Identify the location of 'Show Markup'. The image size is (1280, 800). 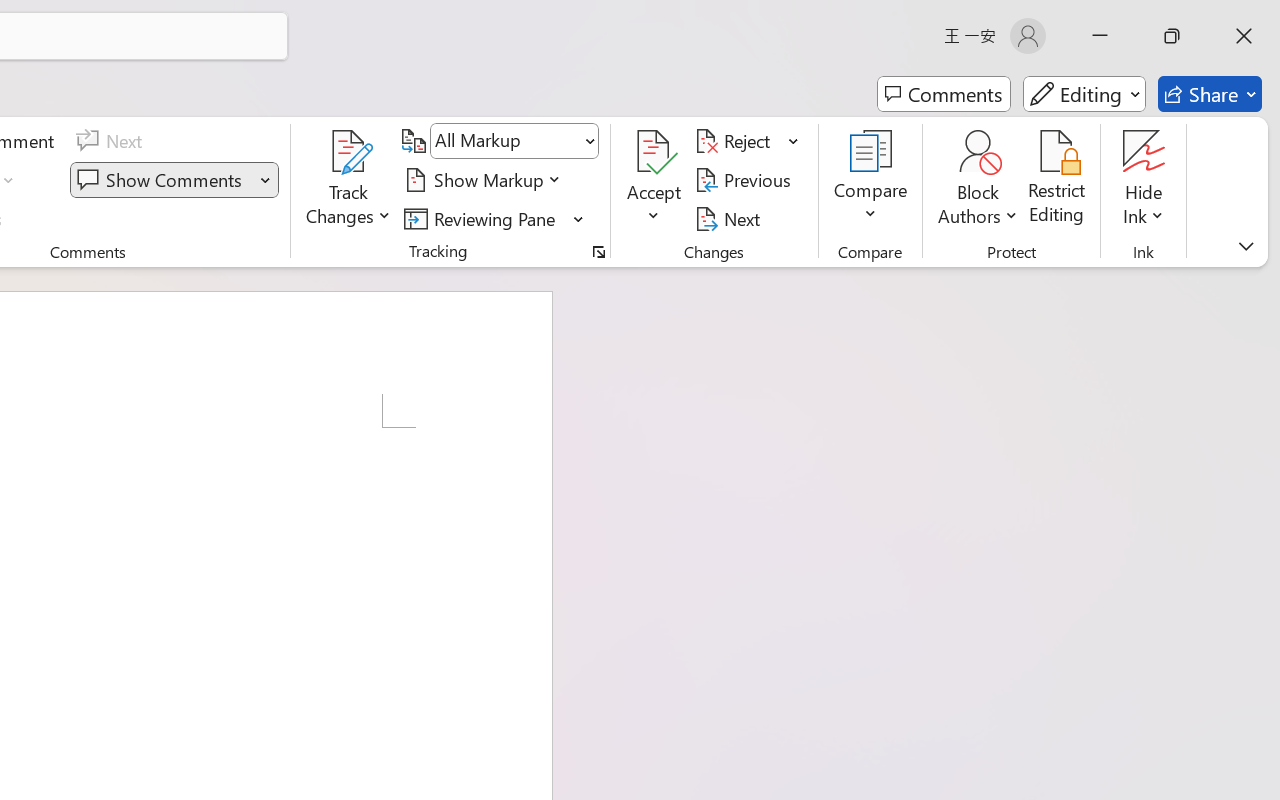
(485, 179).